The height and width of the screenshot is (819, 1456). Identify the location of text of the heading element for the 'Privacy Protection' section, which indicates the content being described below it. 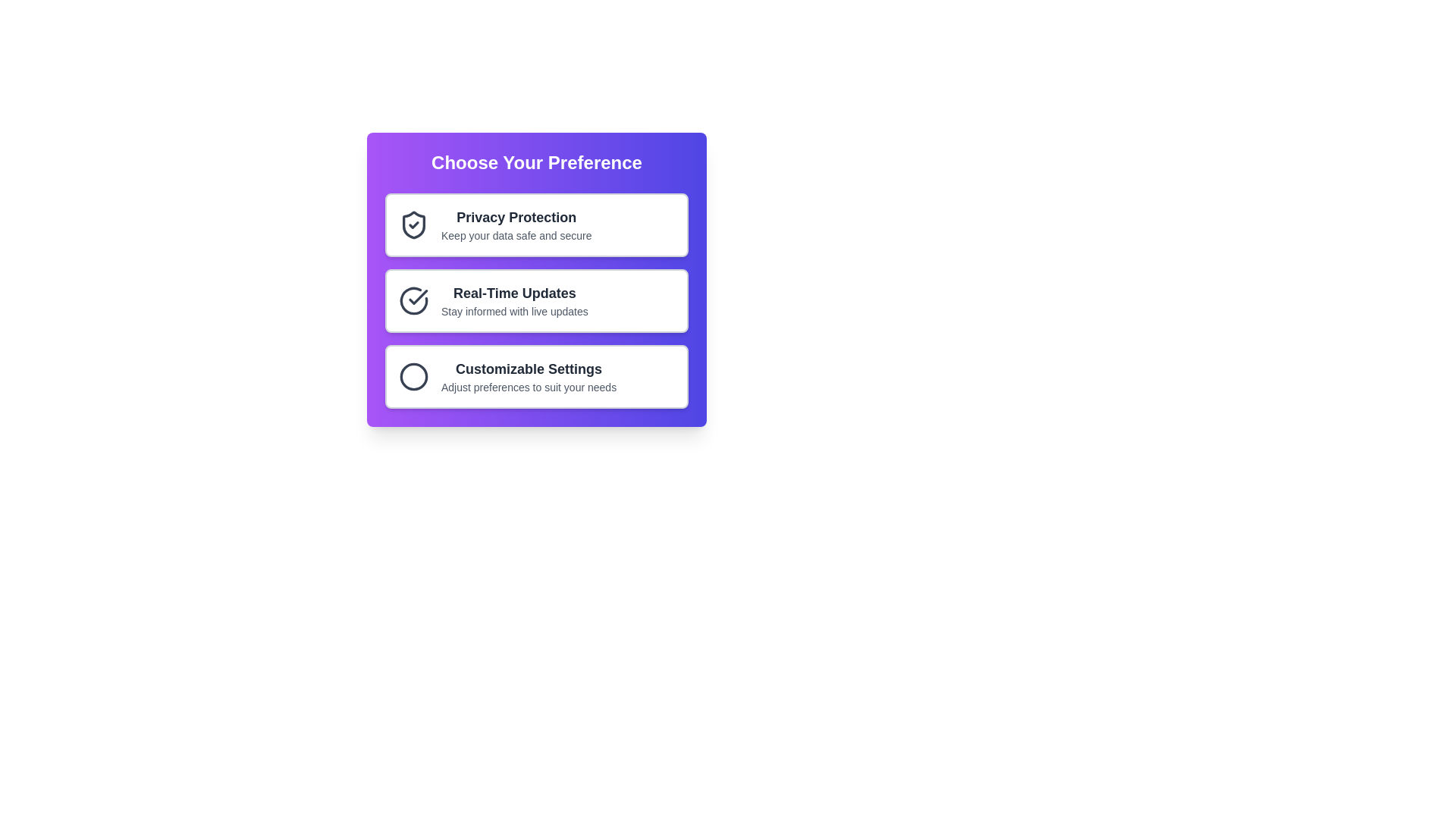
(516, 217).